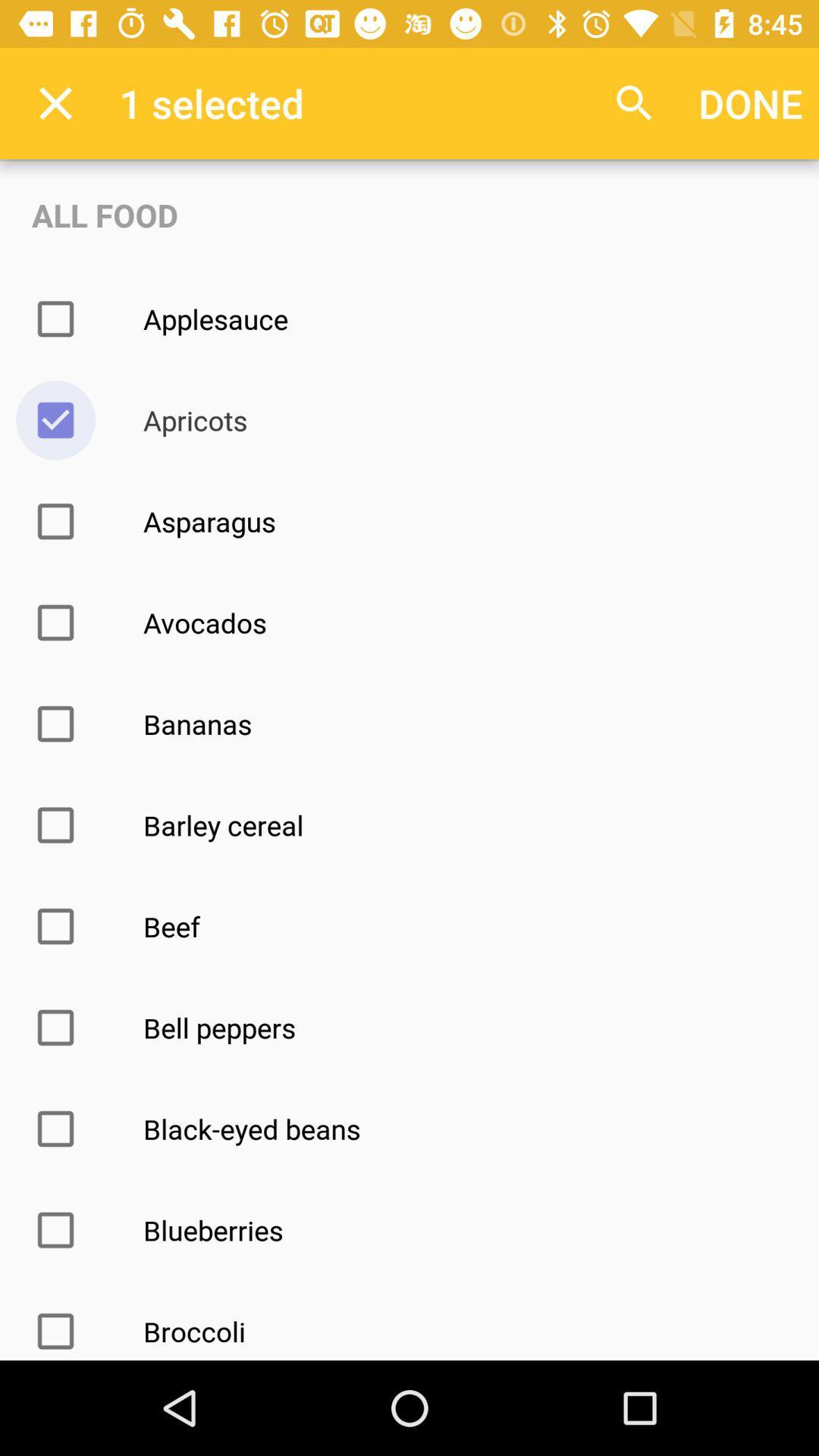 The image size is (819, 1456). What do you see at coordinates (55, 102) in the screenshot?
I see `app to the left of the 1 selected icon` at bounding box center [55, 102].